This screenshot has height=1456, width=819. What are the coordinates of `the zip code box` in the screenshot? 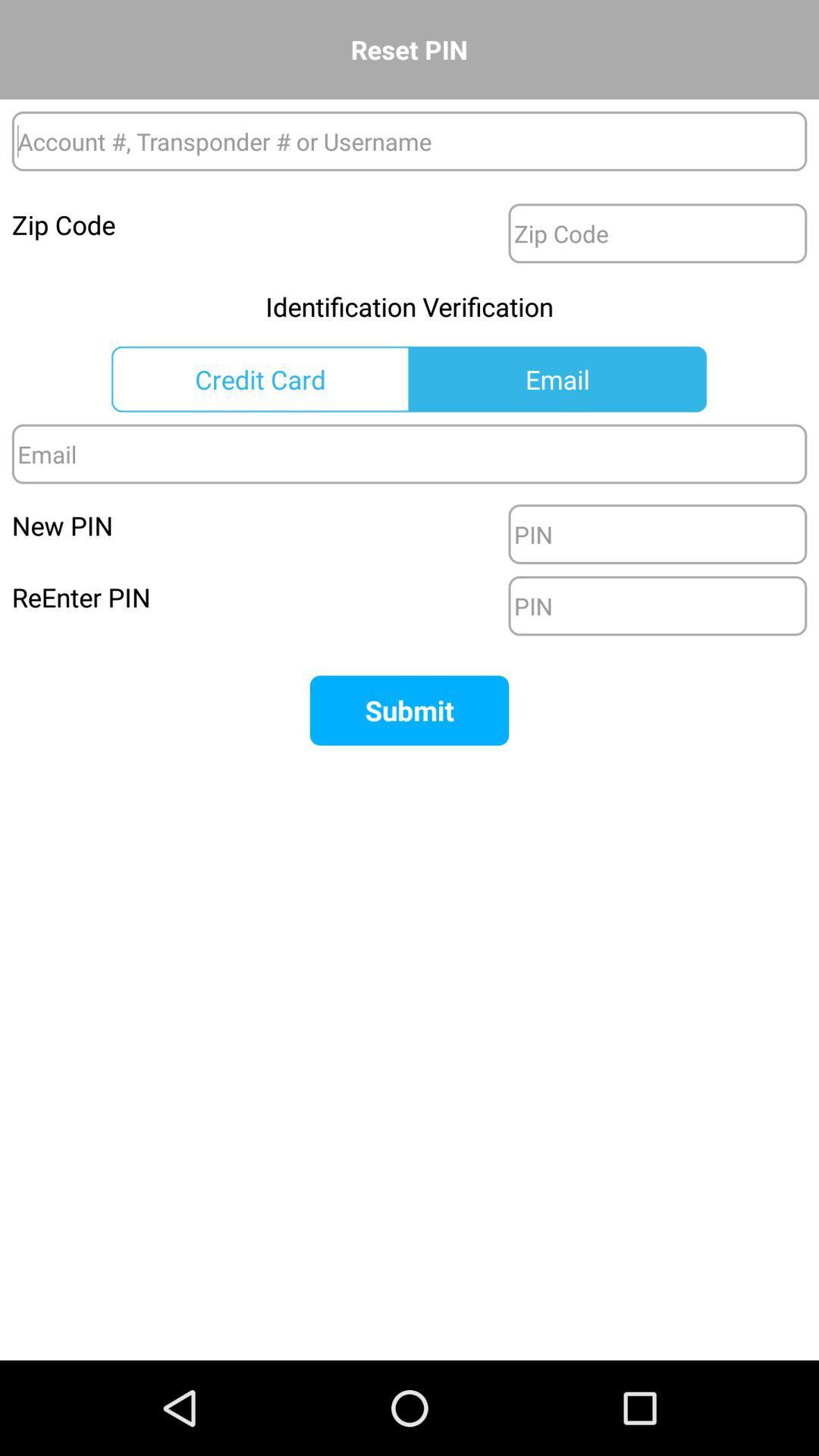 It's located at (657, 232).